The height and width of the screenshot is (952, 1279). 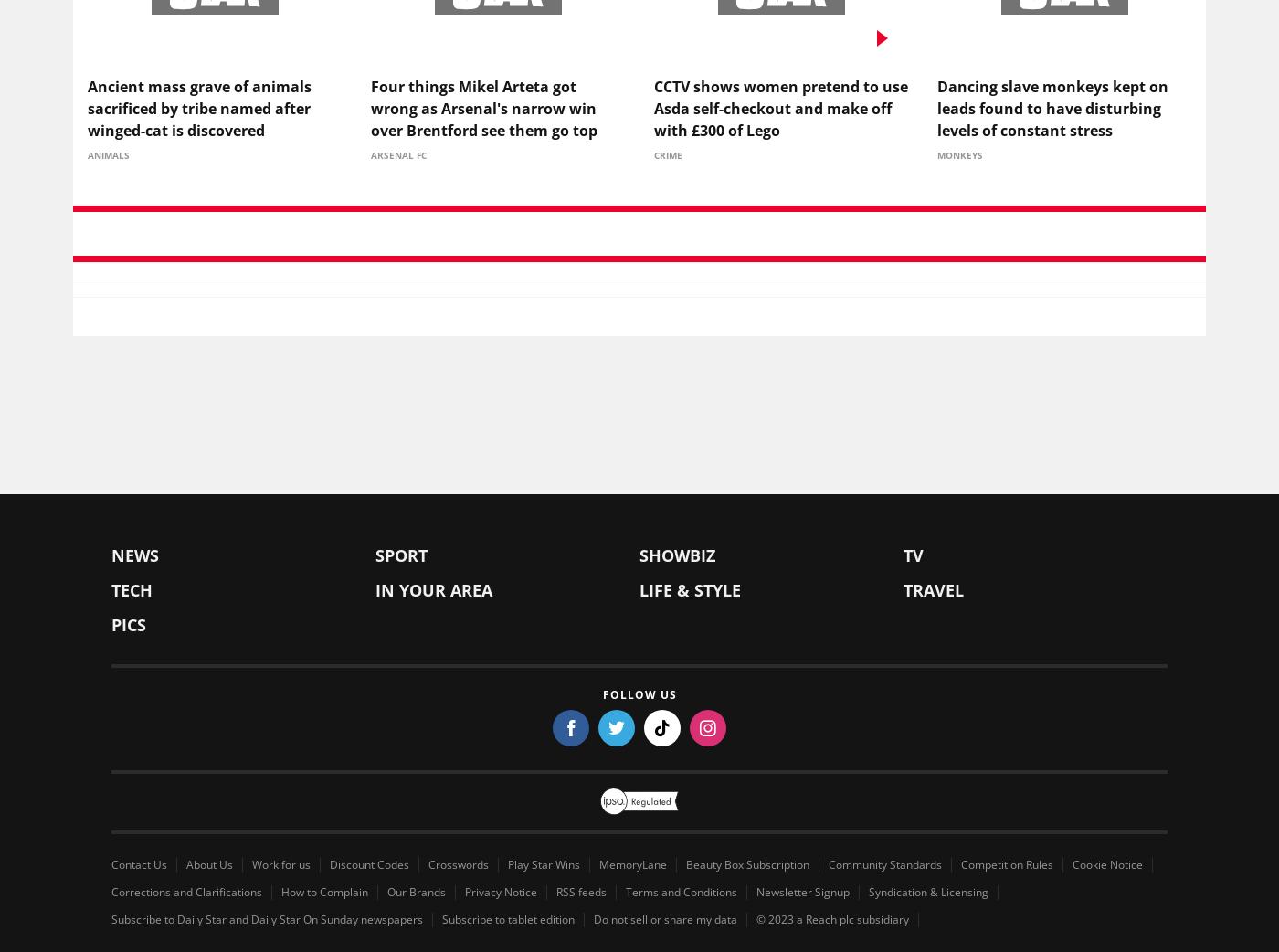 What do you see at coordinates (497, 774) in the screenshot?
I see `'Six chilling 'house rules' for sex workers discovered after cops bust exclusive brothel'` at bounding box center [497, 774].